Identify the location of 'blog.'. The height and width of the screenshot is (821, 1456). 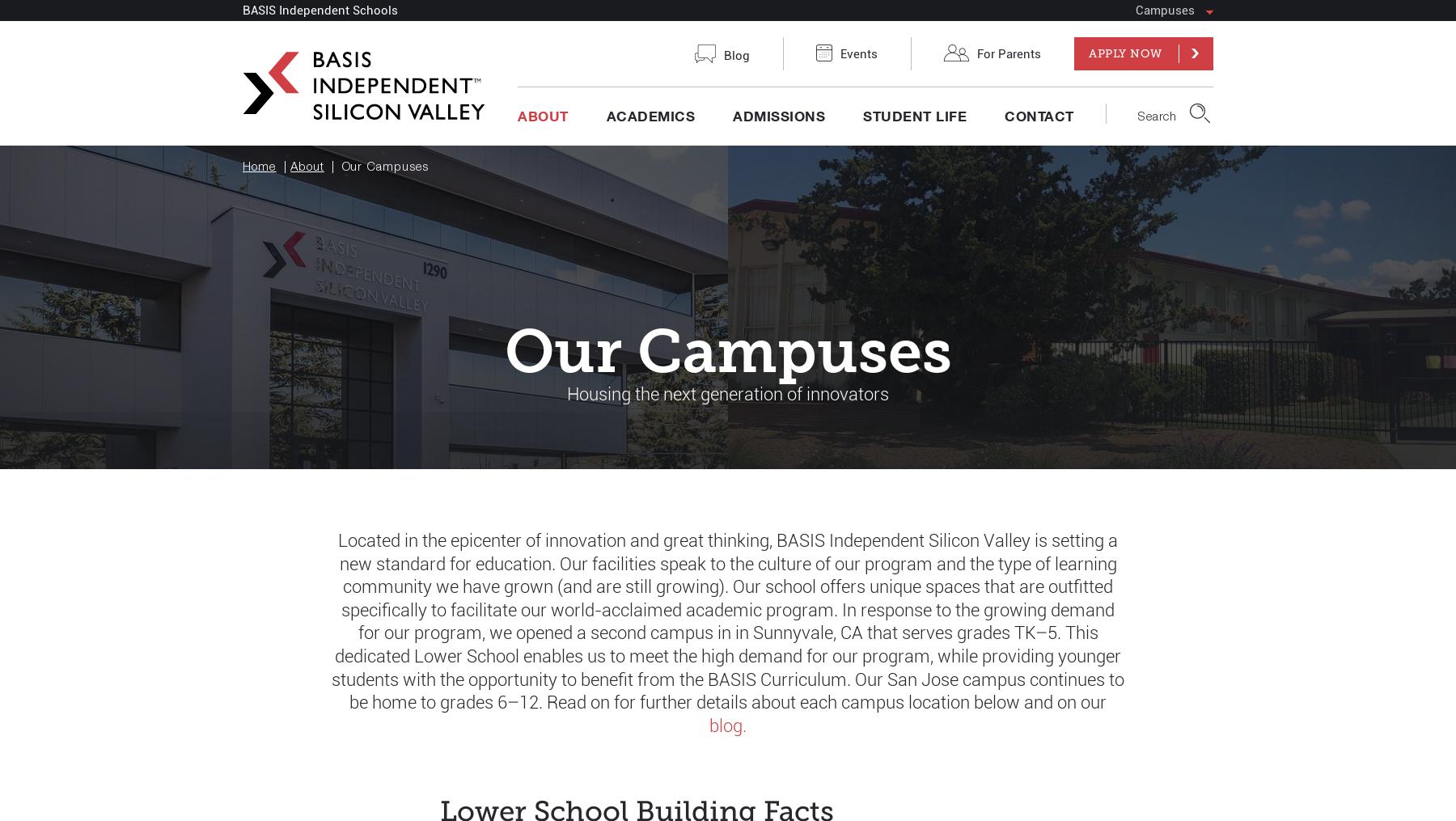
(728, 724).